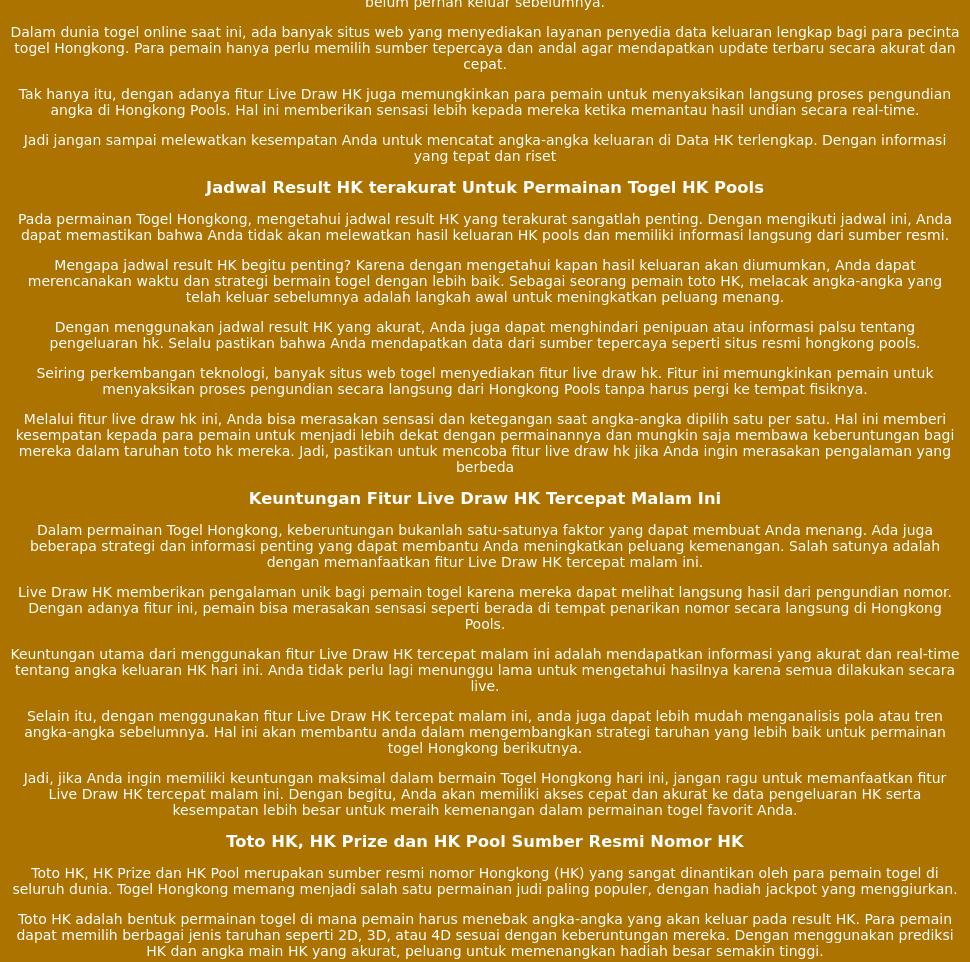 The height and width of the screenshot is (962, 970). Describe the element at coordinates (483, 280) in the screenshot. I see `'Mengapa jadwal result HK begitu penting? Karena dengan mengetahui kapan hasil keluaran akan diumumkan, Anda dapat merencanakan waktu dan strategi bermain togel dengan lebih baik. Sebagai seorang pemain toto HK, melacak angka-angka yang telah keluar sebelumnya adalah langkah awal untuk meningkatkan peluang menang.'` at that location.